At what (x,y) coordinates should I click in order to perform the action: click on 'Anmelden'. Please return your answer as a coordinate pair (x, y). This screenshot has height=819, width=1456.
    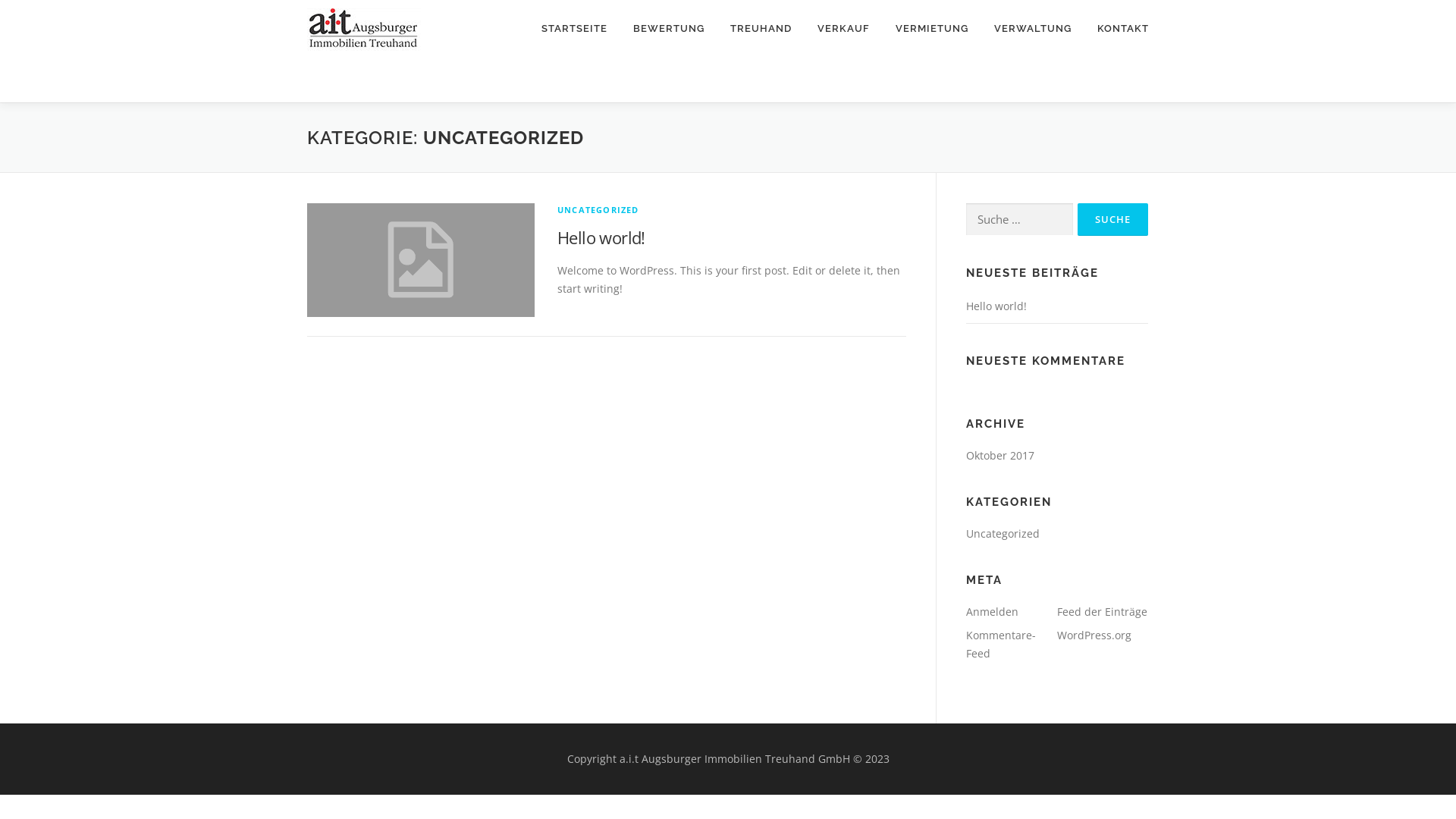
    Looking at the image, I should click on (992, 610).